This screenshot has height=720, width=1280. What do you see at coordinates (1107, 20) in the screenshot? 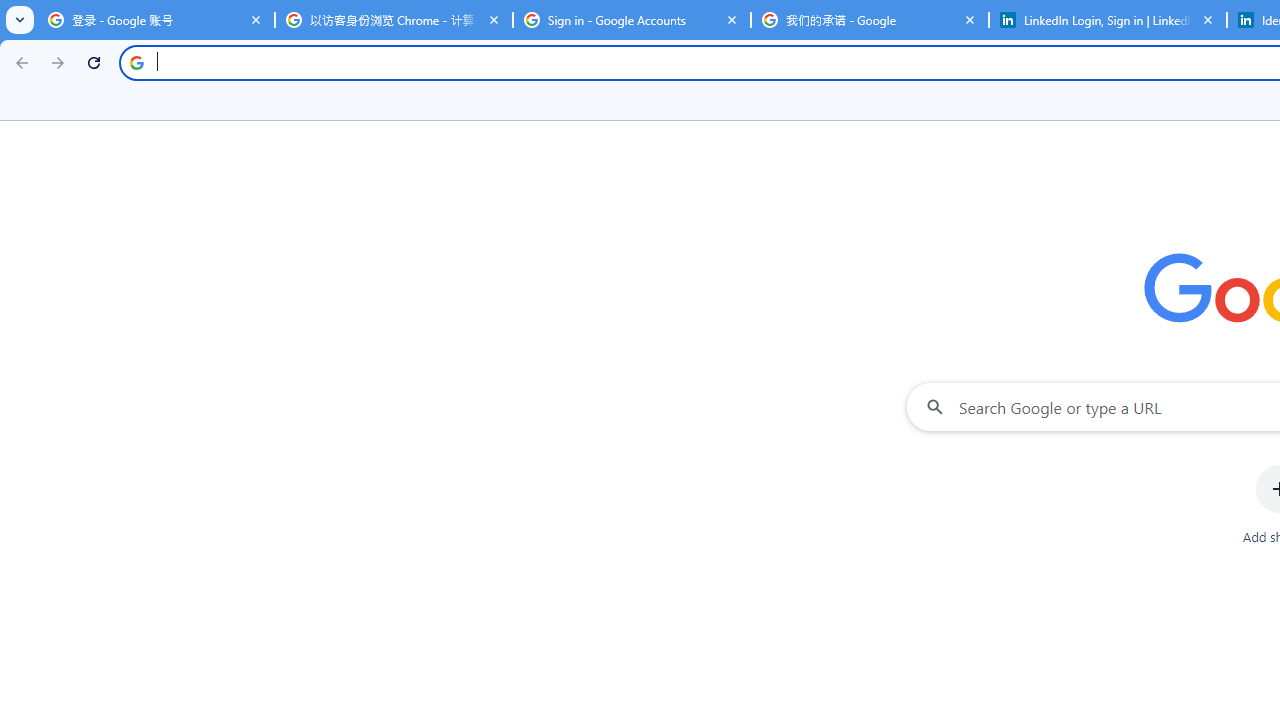
I see `'LinkedIn Login, Sign in | LinkedIn'` at bounding box center [1107, 20].